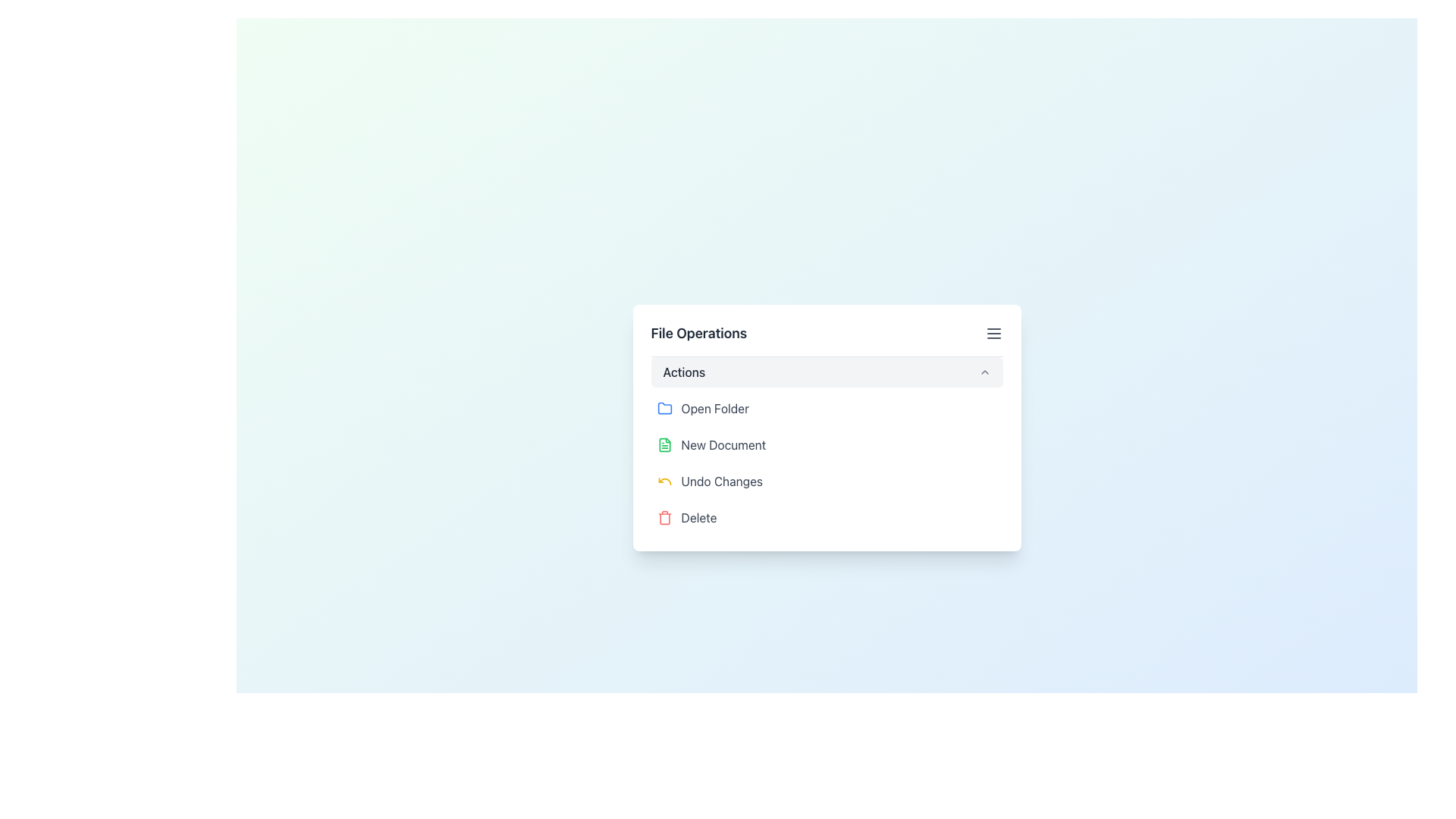 This screenshot has width=1456, height=819. Describe the element at coordinates (664, 516) in the screenshot. I see `the delete action icon located at the bottom of the 'File Operations' popup menu, adjacent to the 'Delete' text label, to initiate the delete action` at that location.